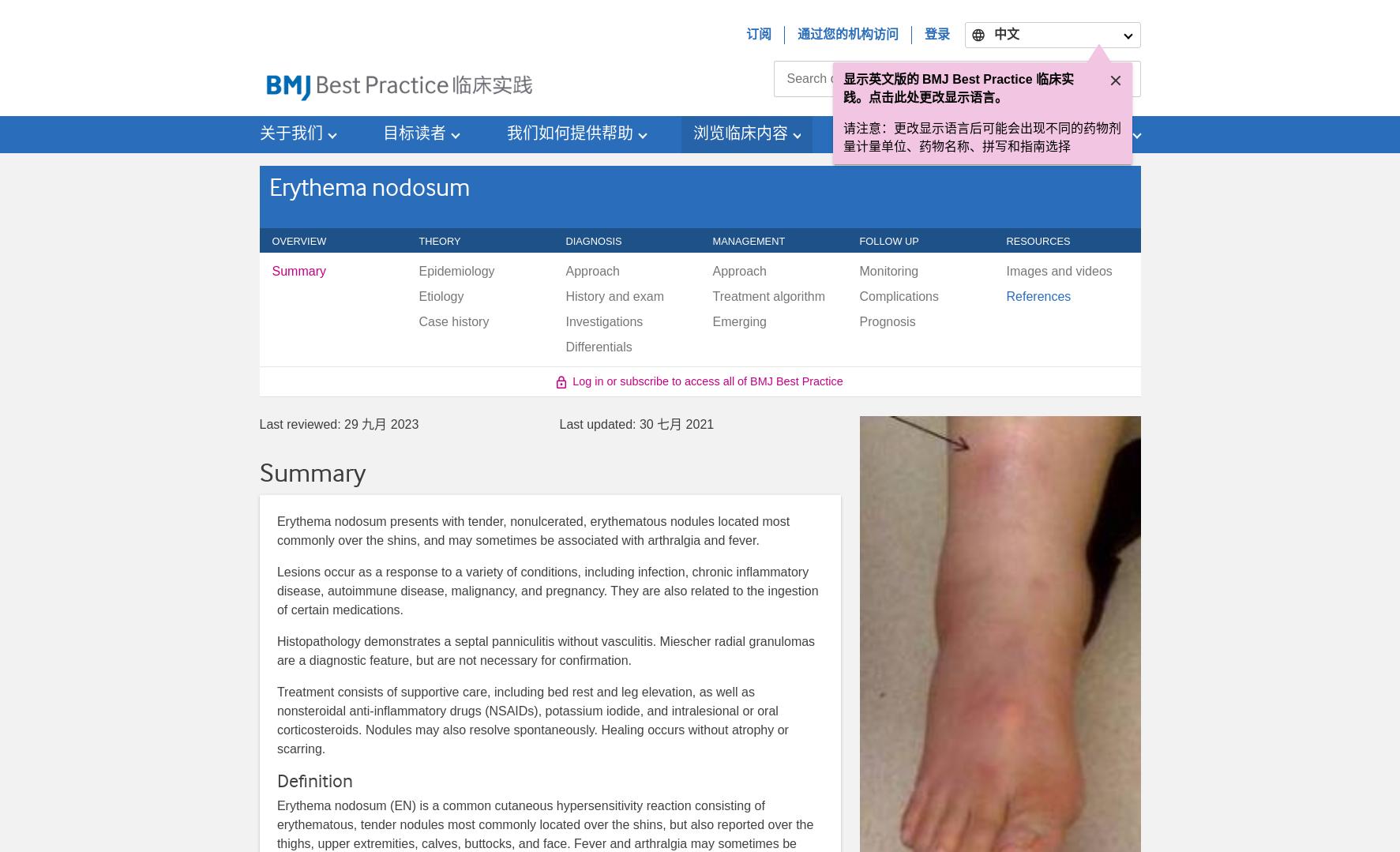  Describe the element at coordinates (418, 240) in the screenshot. I see `'Theory'` at that location.